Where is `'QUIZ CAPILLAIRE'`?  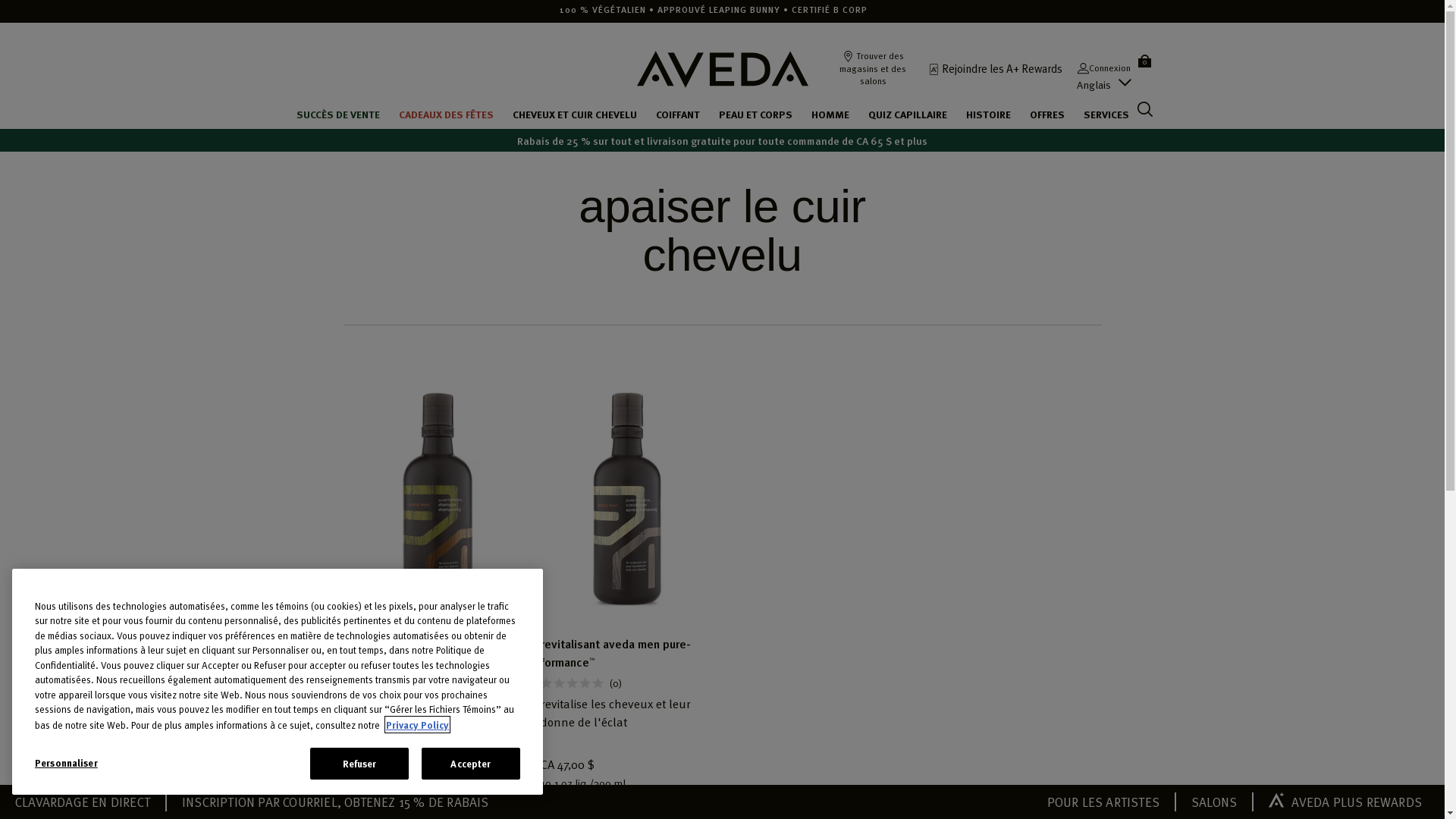 'QUIZ CAPILLAIRE' is located at coordinates (868, 113).